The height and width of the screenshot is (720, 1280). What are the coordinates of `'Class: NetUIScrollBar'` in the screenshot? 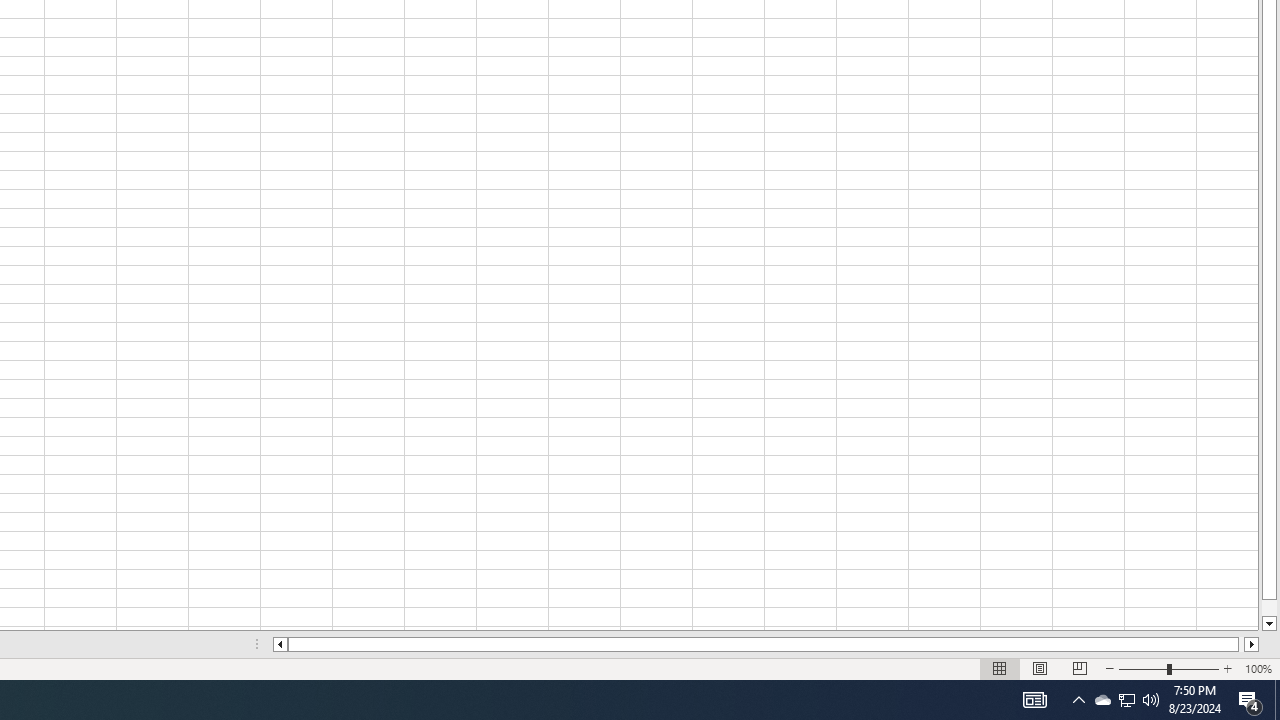 It's located at (765, 644).